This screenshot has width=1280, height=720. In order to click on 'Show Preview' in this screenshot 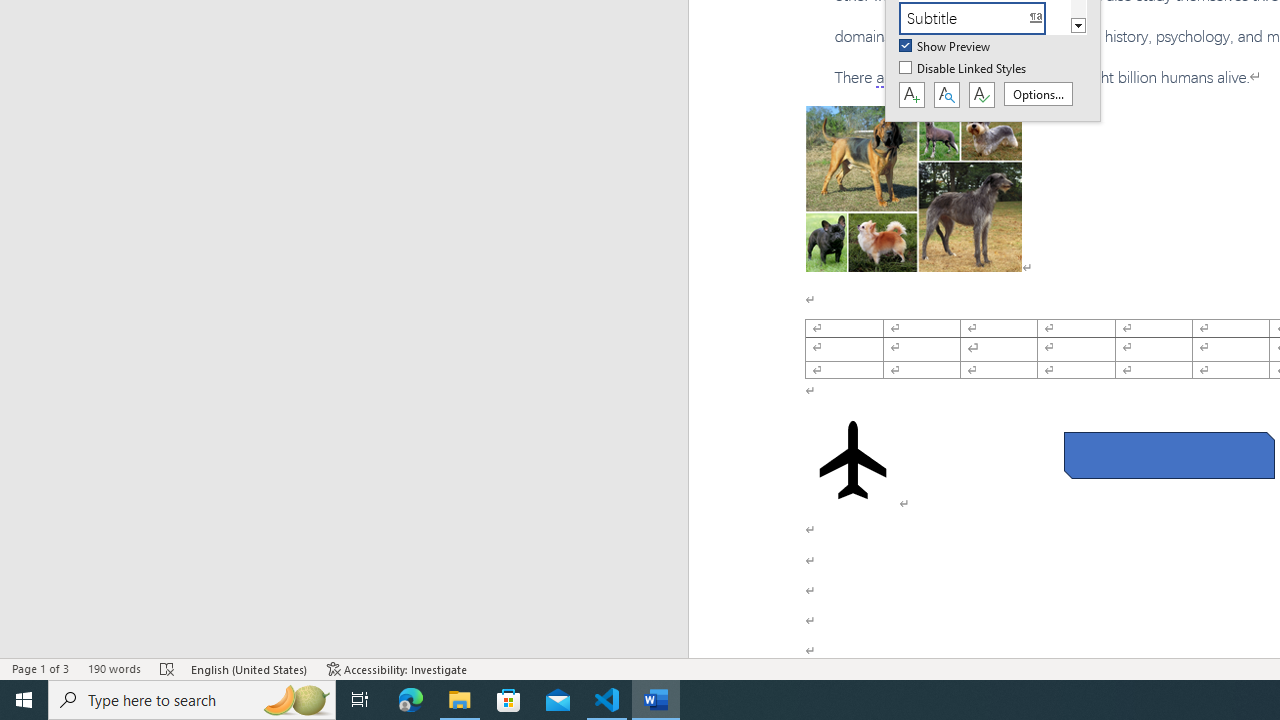, I will do `click(945, 46)`.